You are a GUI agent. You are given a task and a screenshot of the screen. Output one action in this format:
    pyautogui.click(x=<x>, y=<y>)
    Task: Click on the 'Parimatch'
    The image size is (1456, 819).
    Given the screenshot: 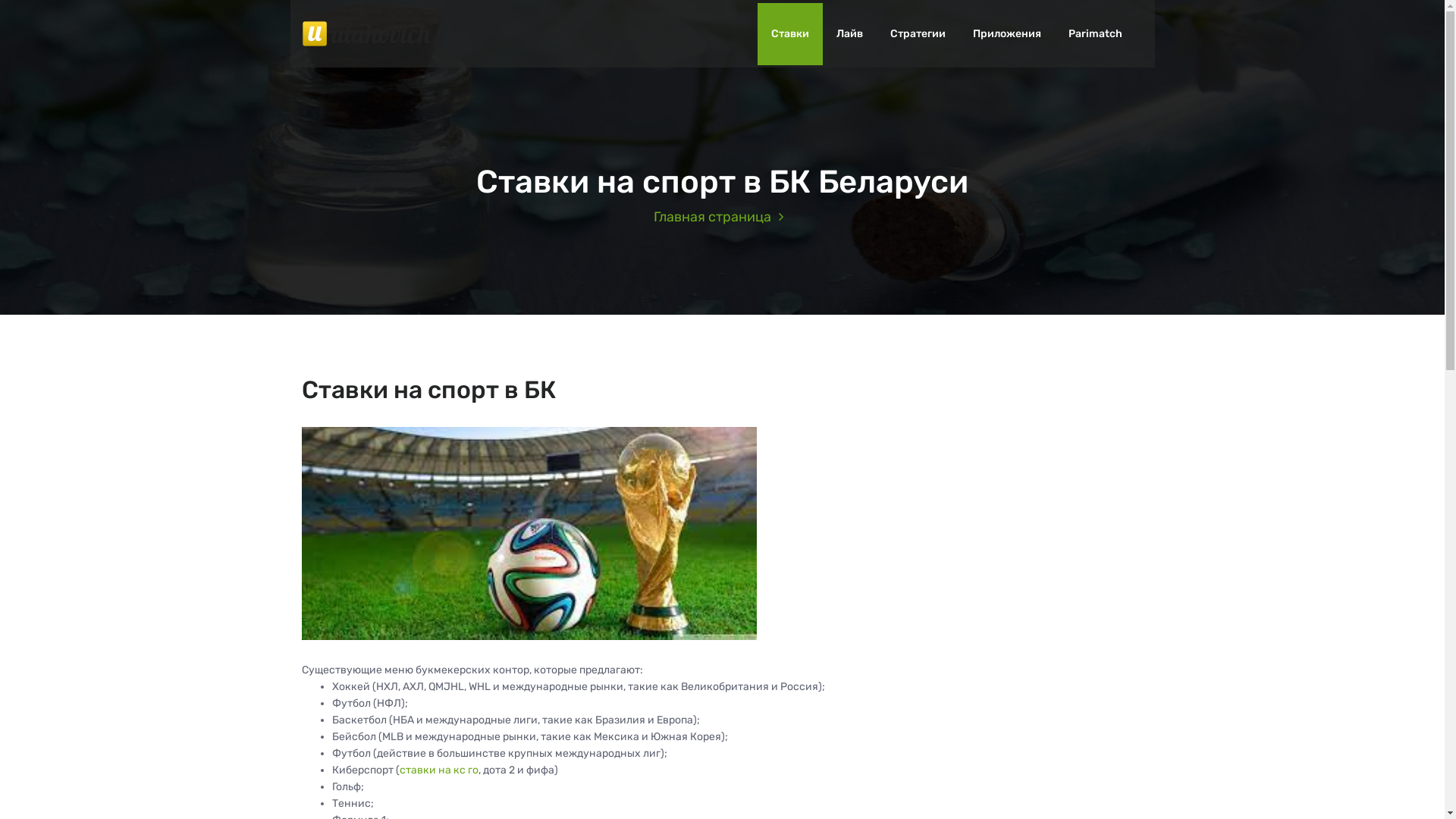 What is the action you would take?
    pyautogui.click(x=1053, y=34)
    